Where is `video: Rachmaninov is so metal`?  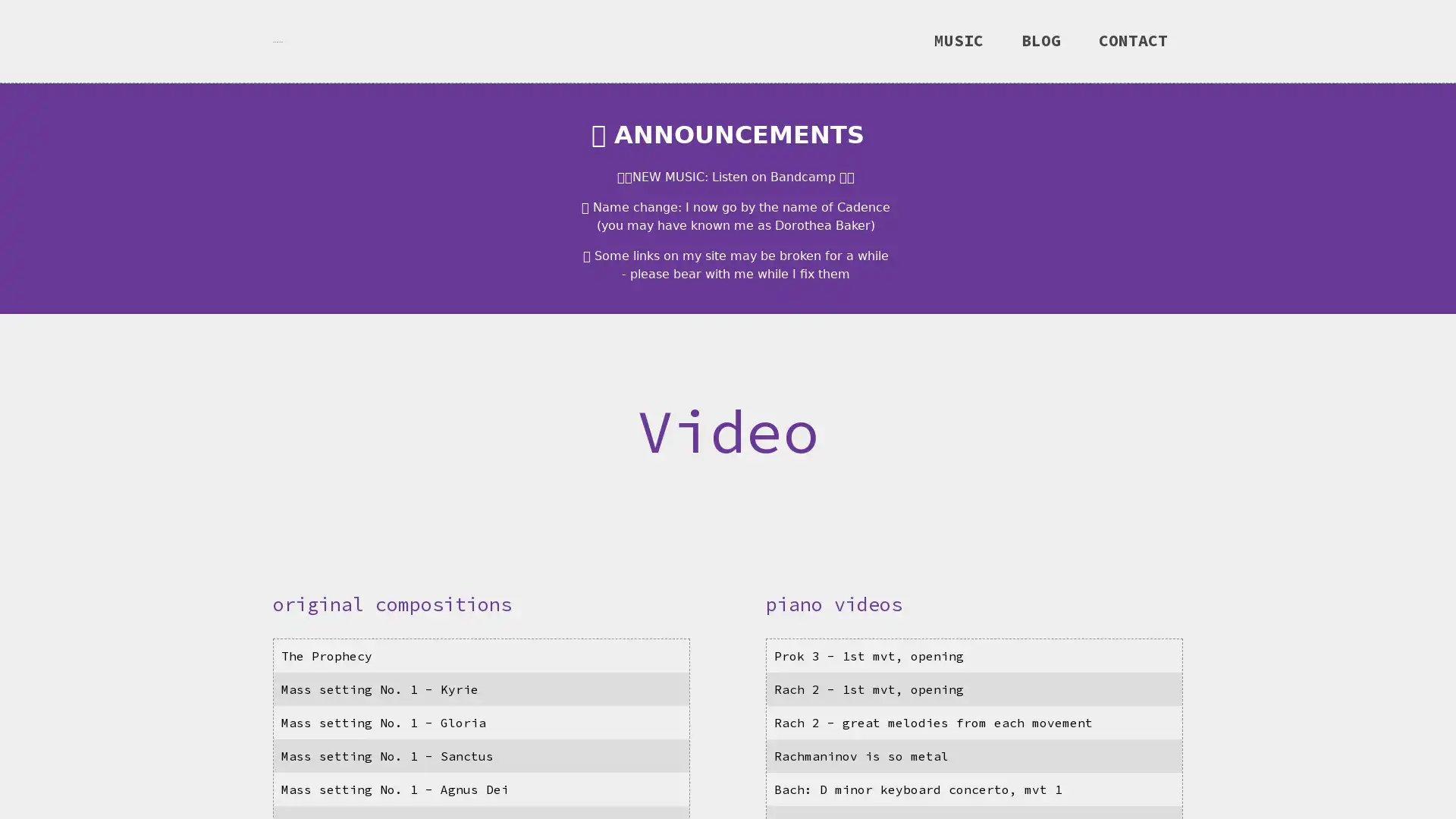
video: Rachmaninov is so metal is located at coordinates (974, 755).